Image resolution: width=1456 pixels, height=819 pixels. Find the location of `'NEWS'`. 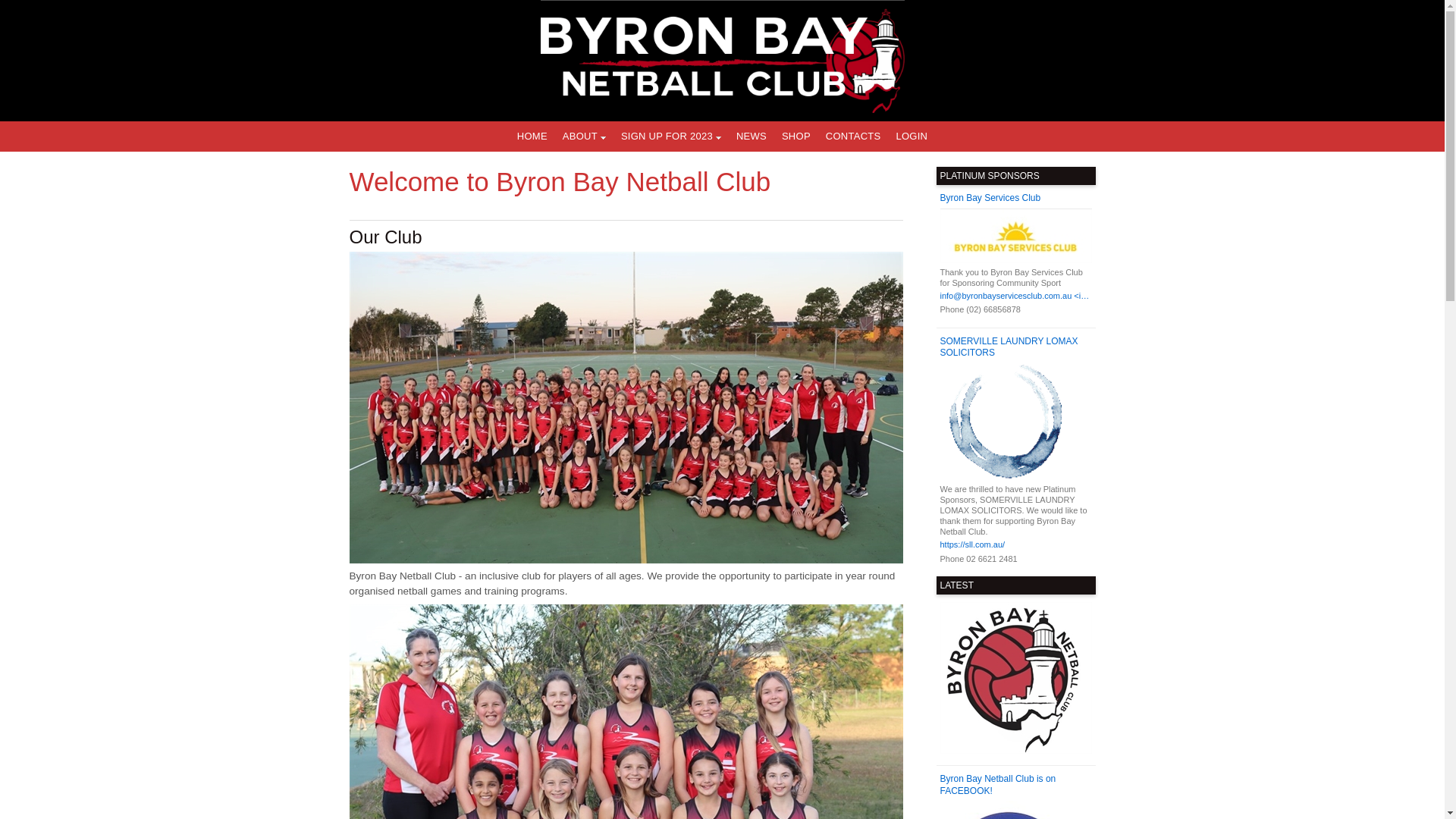

'NEWS' is located at coordinates (728, 136).